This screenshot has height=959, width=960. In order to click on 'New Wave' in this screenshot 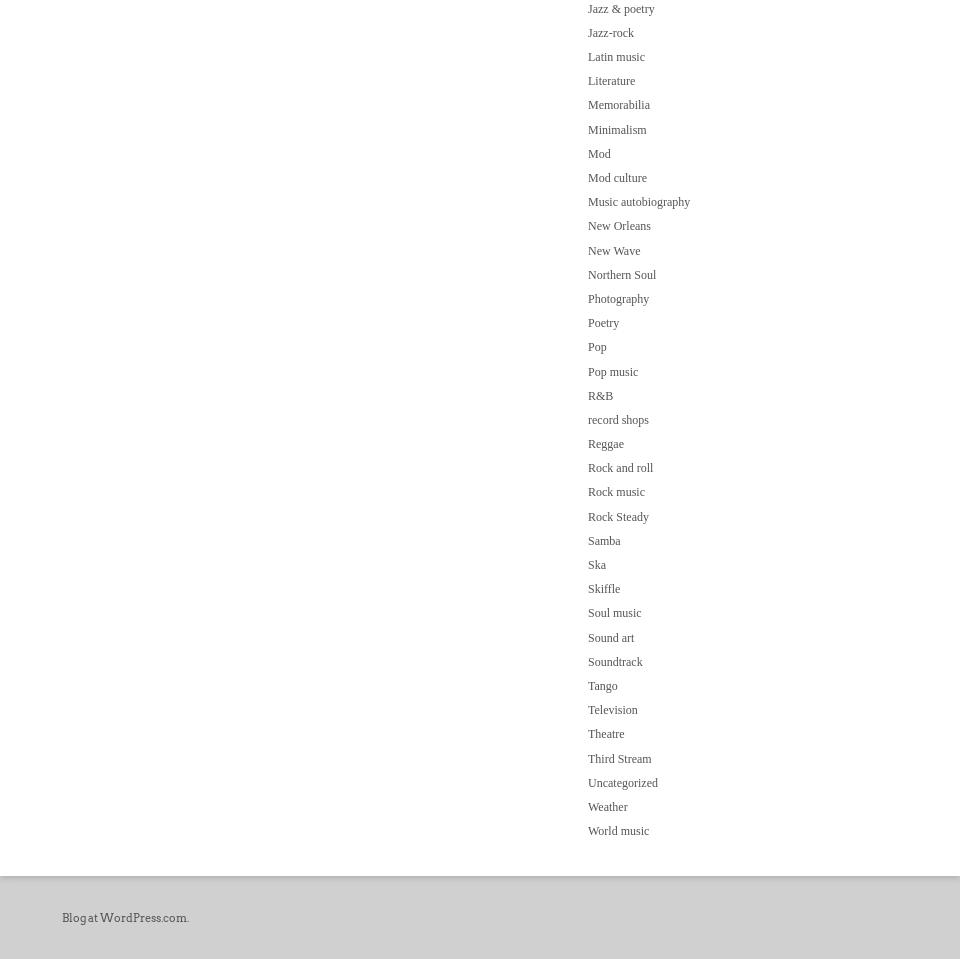, I will do `click(613, 250)`.